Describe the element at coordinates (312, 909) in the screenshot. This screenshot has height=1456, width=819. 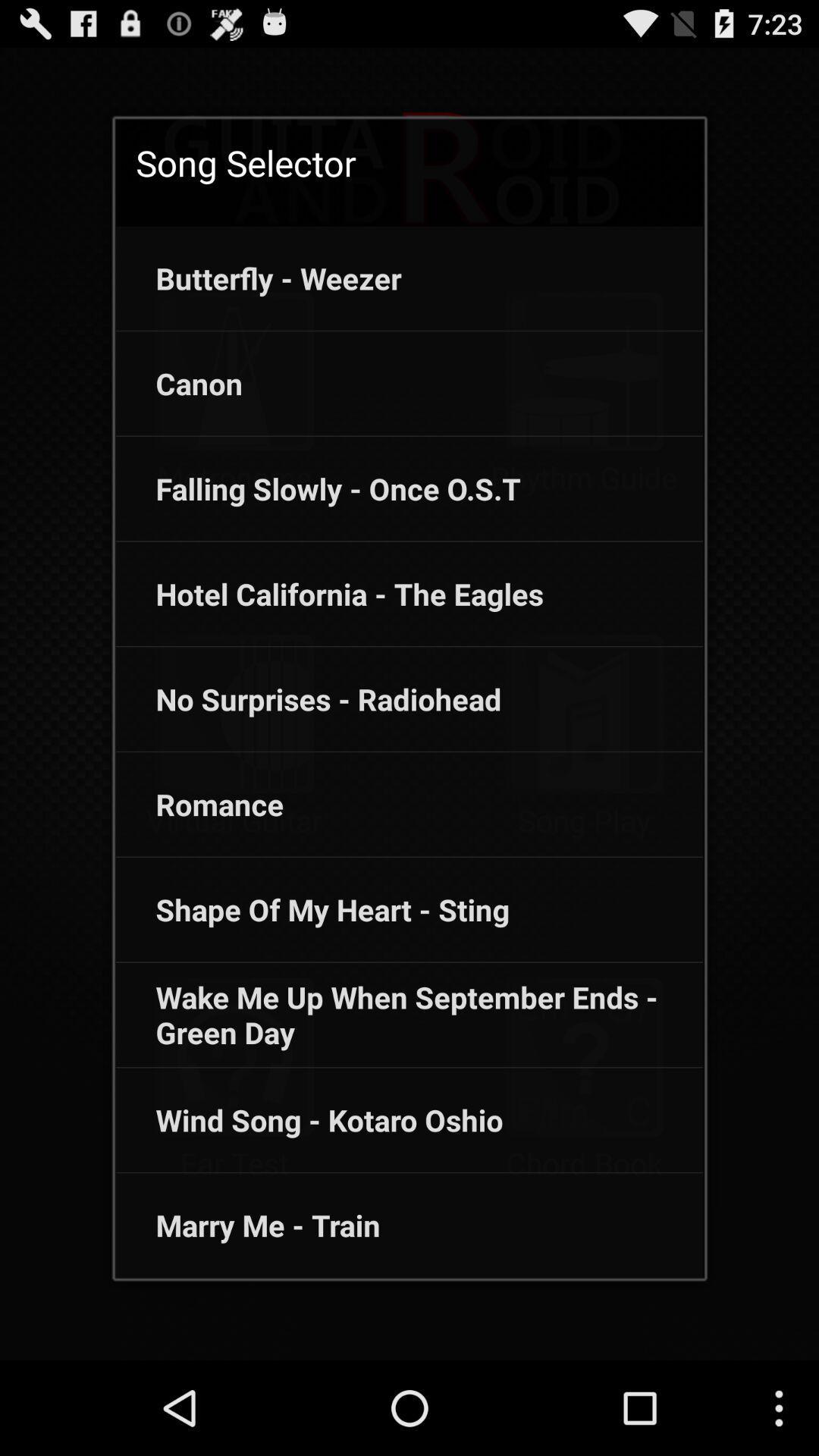
I see `item above the wake me up` at that location.